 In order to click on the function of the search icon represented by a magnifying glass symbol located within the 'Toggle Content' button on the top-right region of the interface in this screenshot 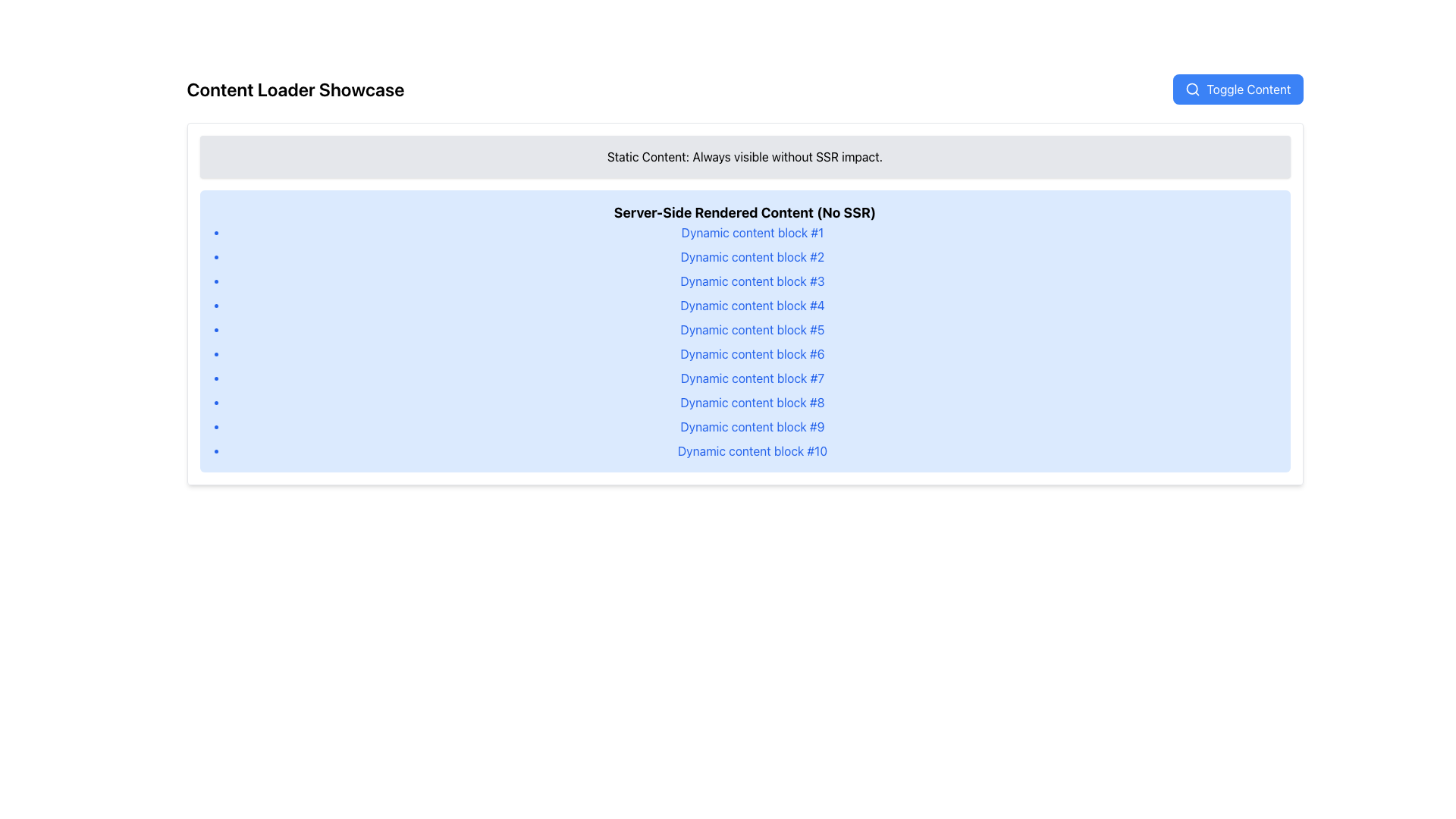, I will do `click(1192, 89)`.